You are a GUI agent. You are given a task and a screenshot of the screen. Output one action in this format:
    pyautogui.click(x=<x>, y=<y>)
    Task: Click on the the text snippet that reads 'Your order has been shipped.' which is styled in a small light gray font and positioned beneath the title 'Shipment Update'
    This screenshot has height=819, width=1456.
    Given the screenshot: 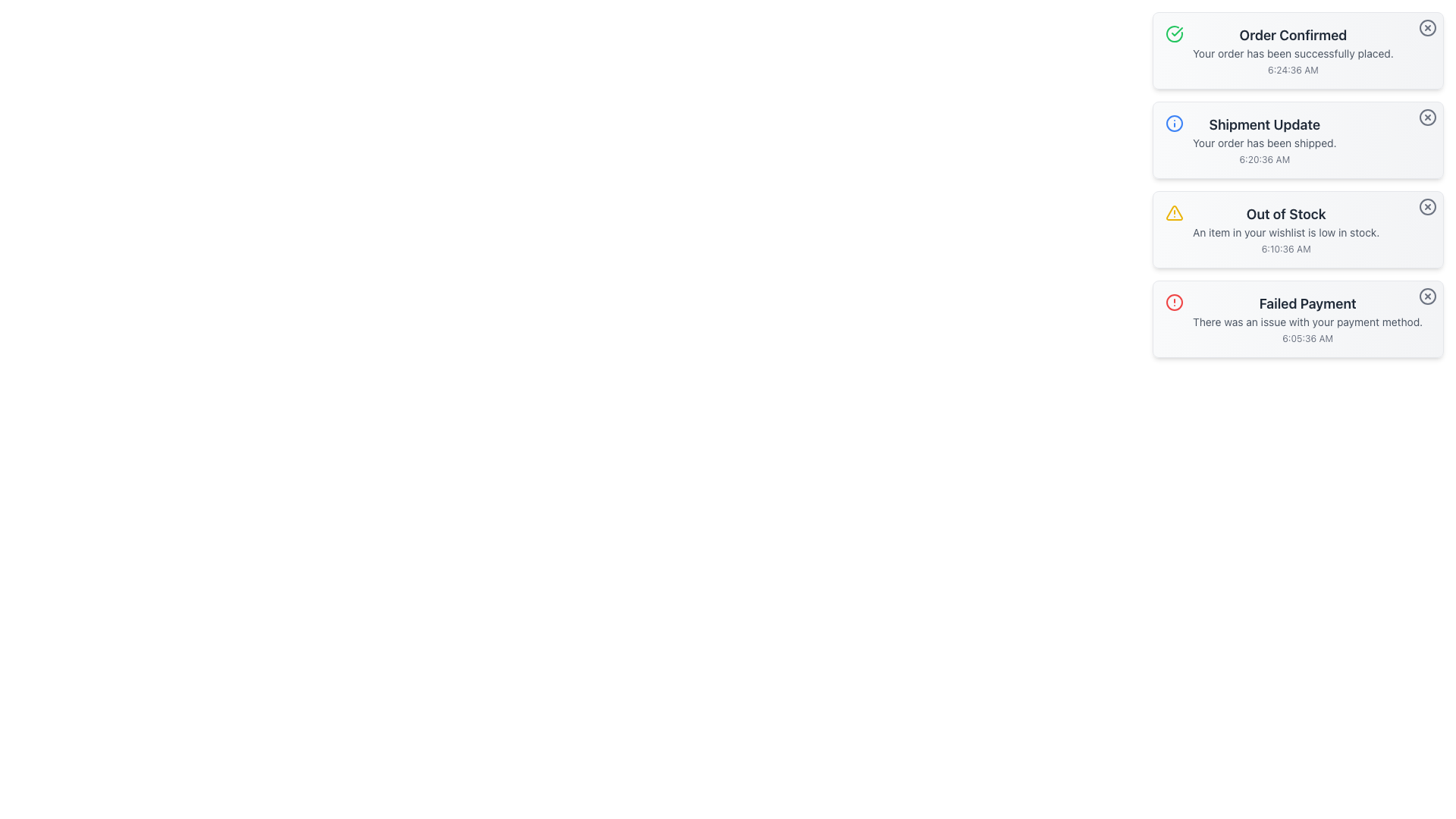 What is the action you would take?
    pyautogui.click(x=1264, y=143)
    